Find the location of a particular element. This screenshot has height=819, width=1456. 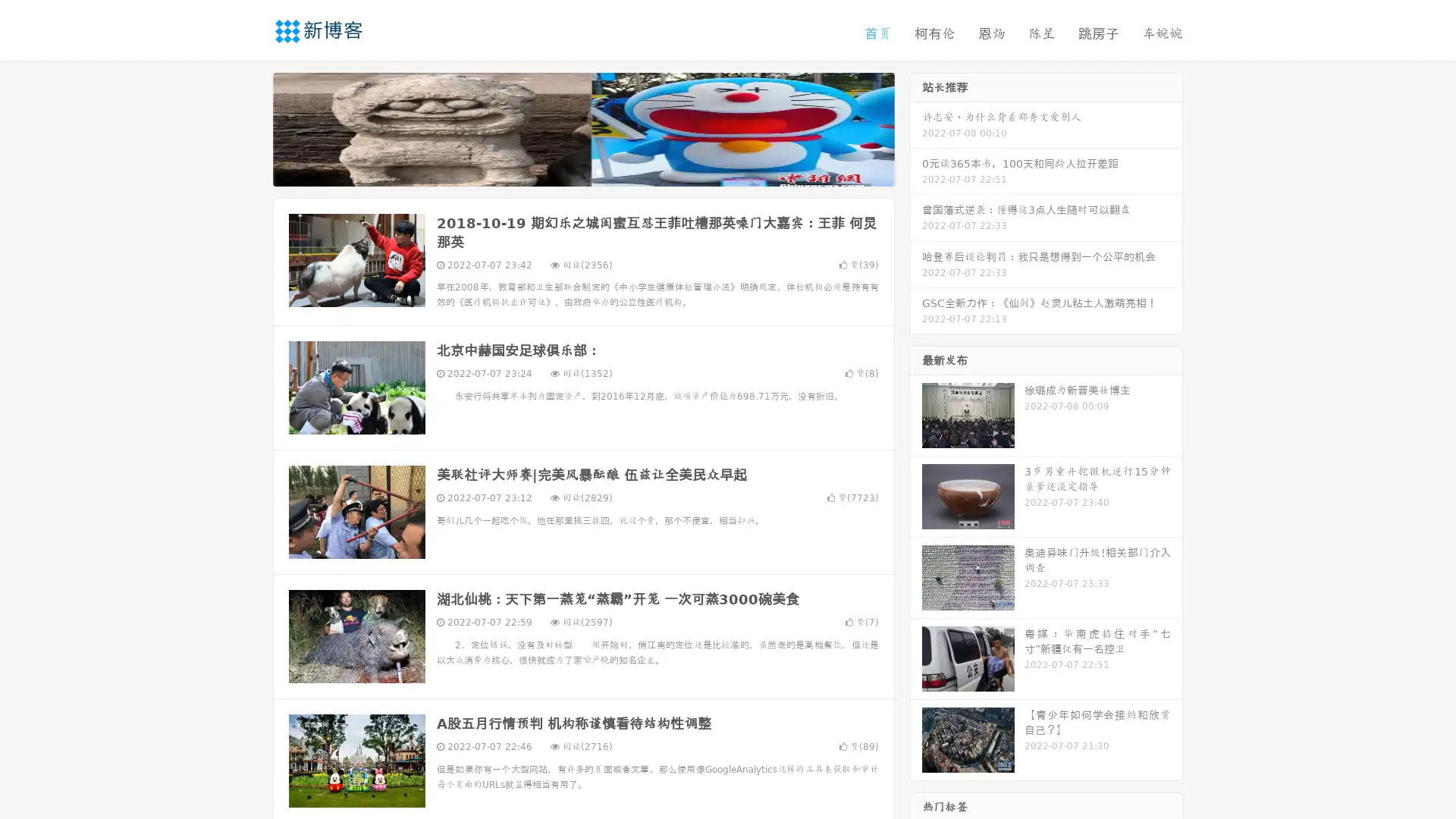

Next slide is located at coordinates (916, 127).